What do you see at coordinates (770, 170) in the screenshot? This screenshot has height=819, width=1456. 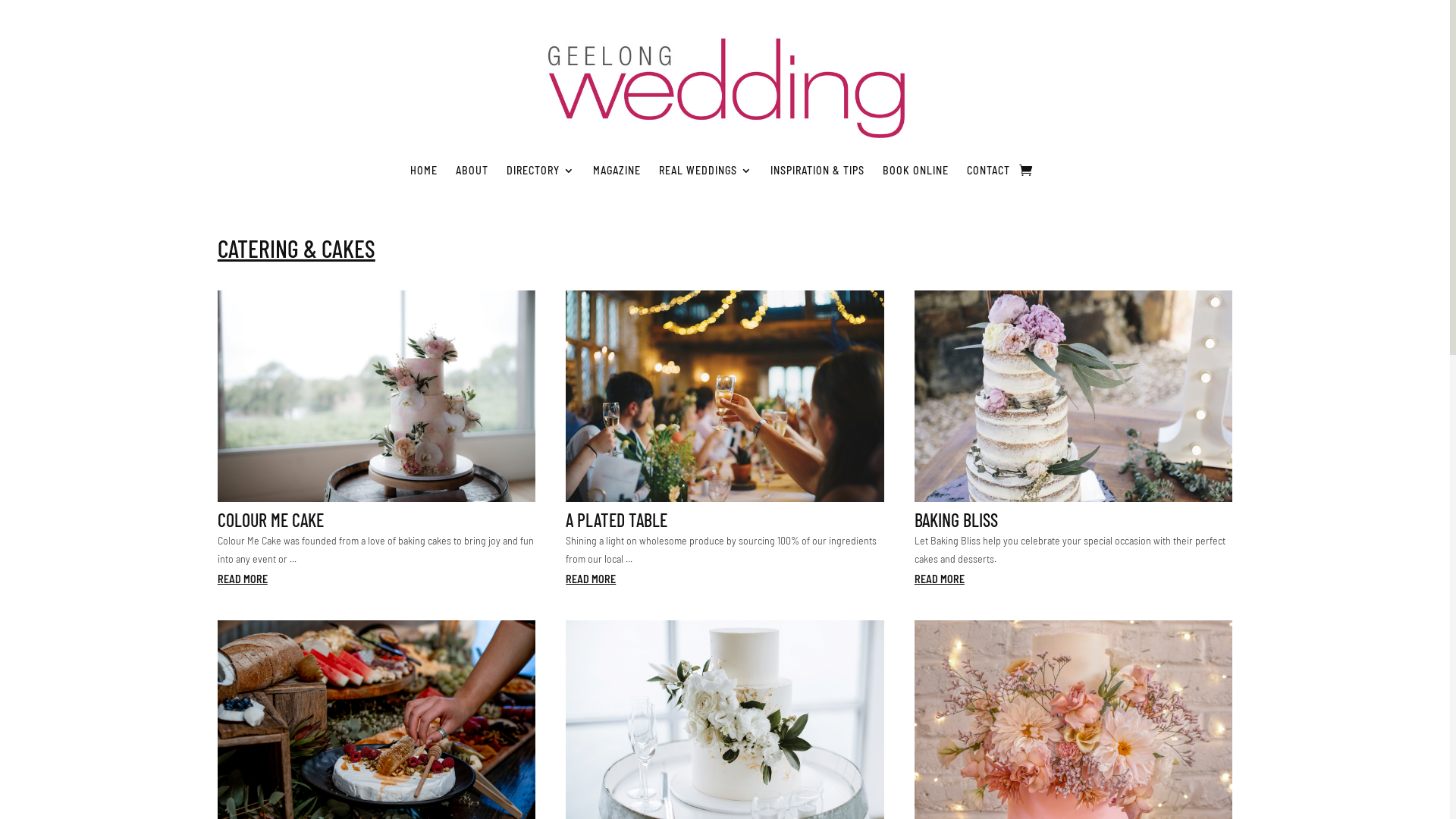 I see `'INSPIRATION & TIPS'` at bounding box center [770, 170].